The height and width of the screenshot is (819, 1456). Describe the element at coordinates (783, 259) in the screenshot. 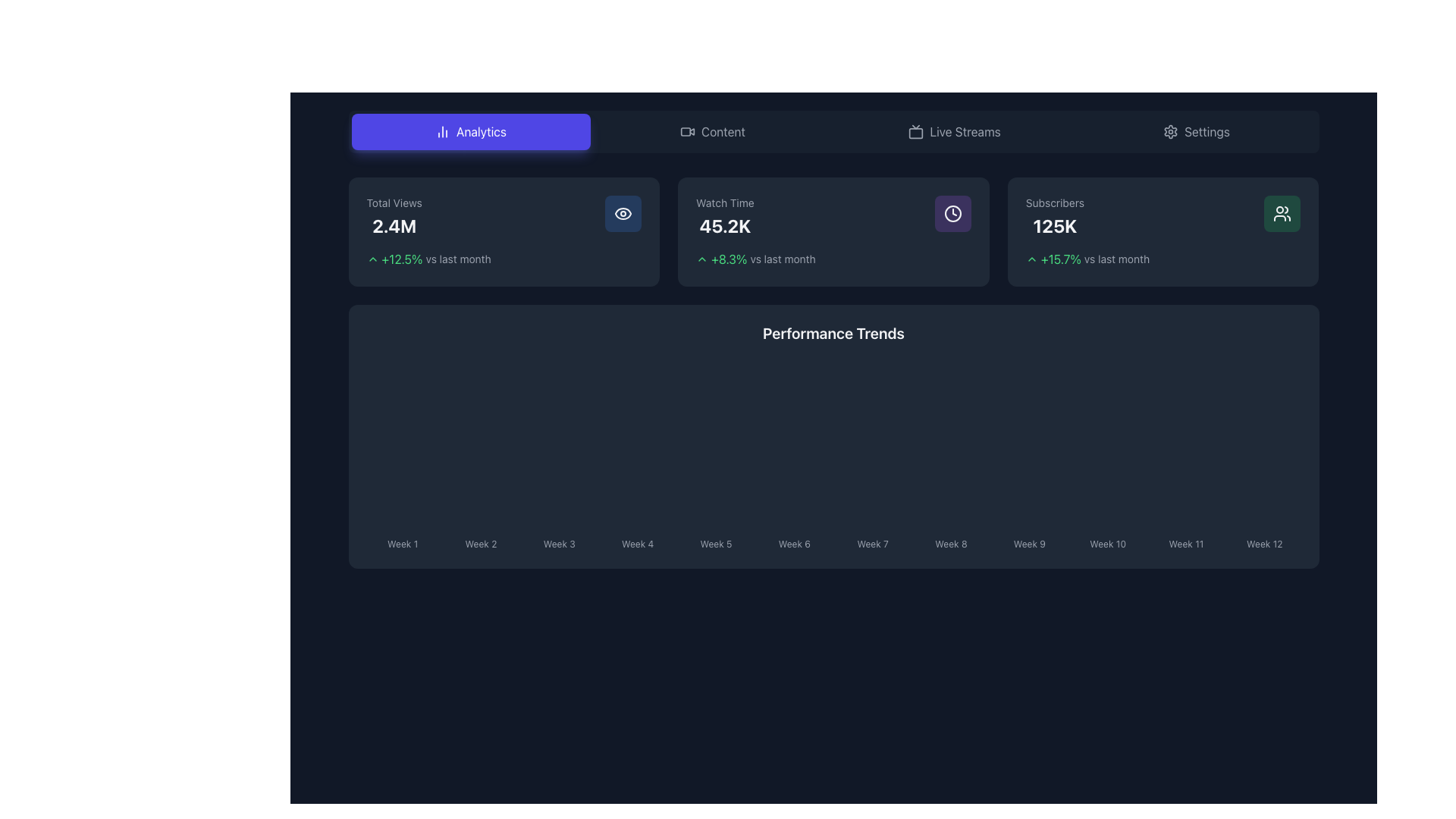

I see `the text label displaying 'vs last month', which is styled in a small, light gray font and positioned to the right of the green text '+8.3%' in the middle card of the 'Watch Time' section` at that location.